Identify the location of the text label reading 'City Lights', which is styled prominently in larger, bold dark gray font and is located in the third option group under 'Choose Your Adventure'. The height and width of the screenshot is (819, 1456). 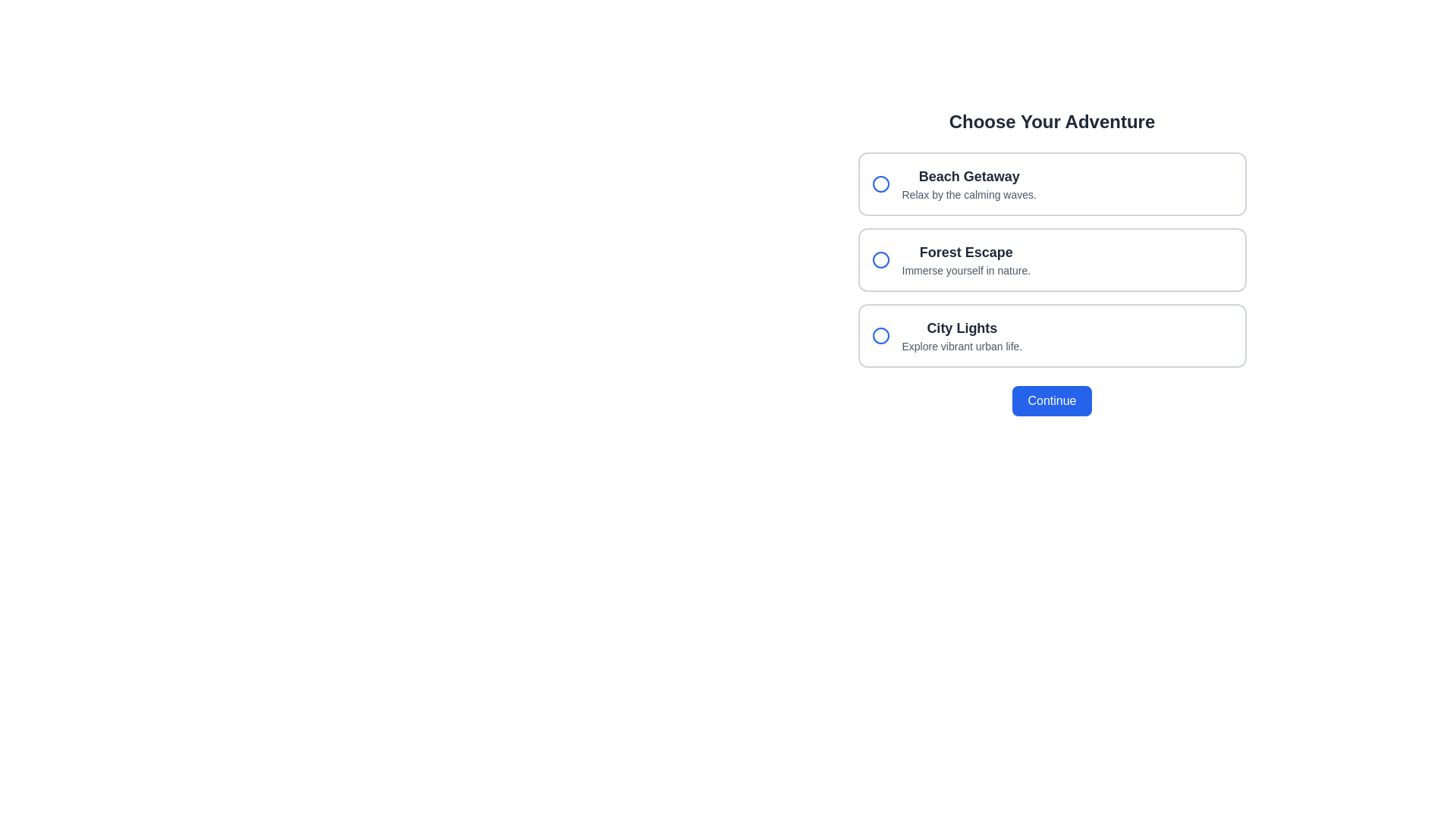
(961, 327).